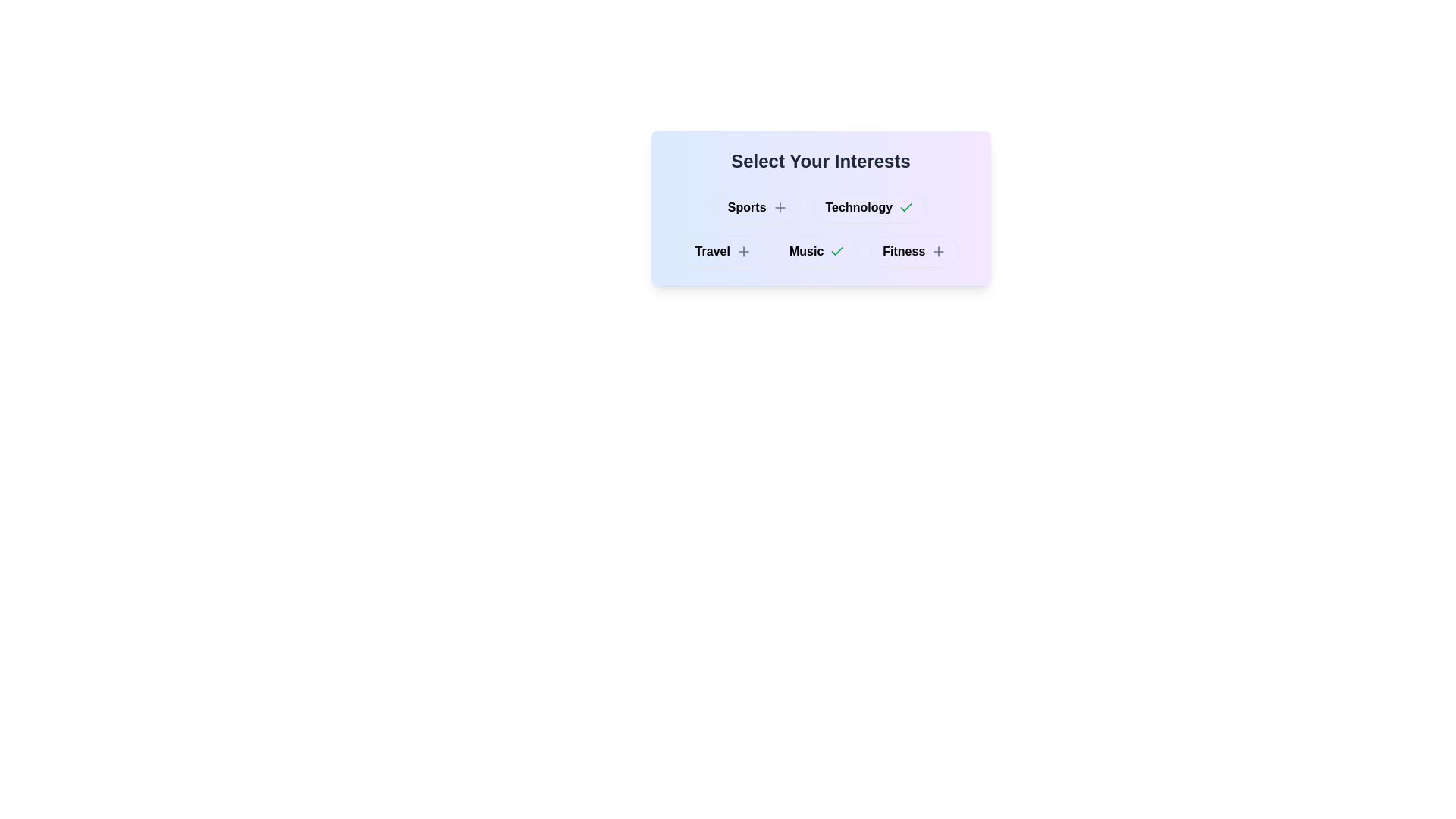 The width and height of the screenshot is (1456, 819). What do you see at coordinates (757, 207) in the screenshot?
I see `the interest category Sports by clicking its button` at bounding box center [757, 207].